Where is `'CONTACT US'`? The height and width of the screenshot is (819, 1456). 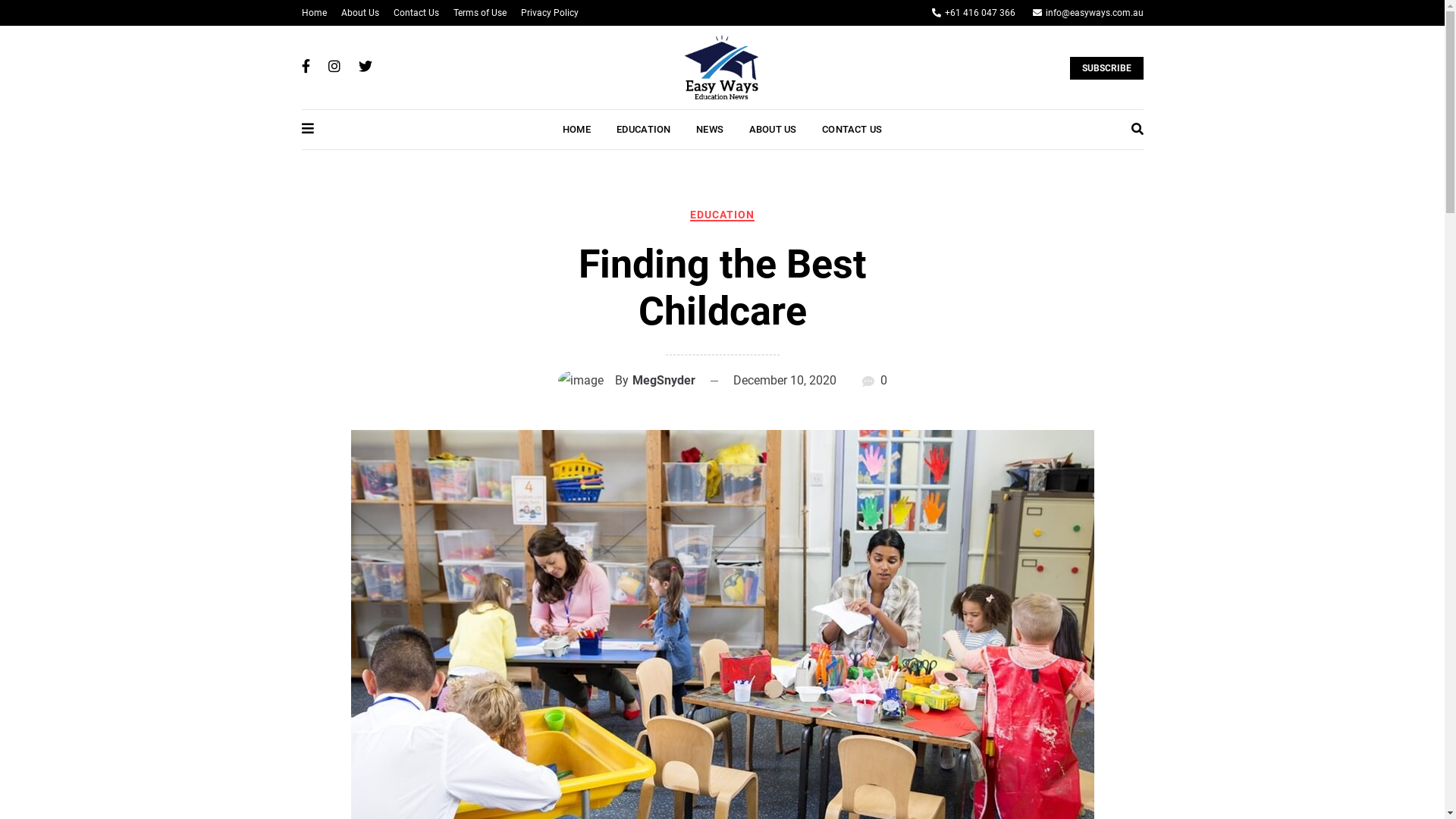
'CONTACT US' is located at coordinates (852, 128).